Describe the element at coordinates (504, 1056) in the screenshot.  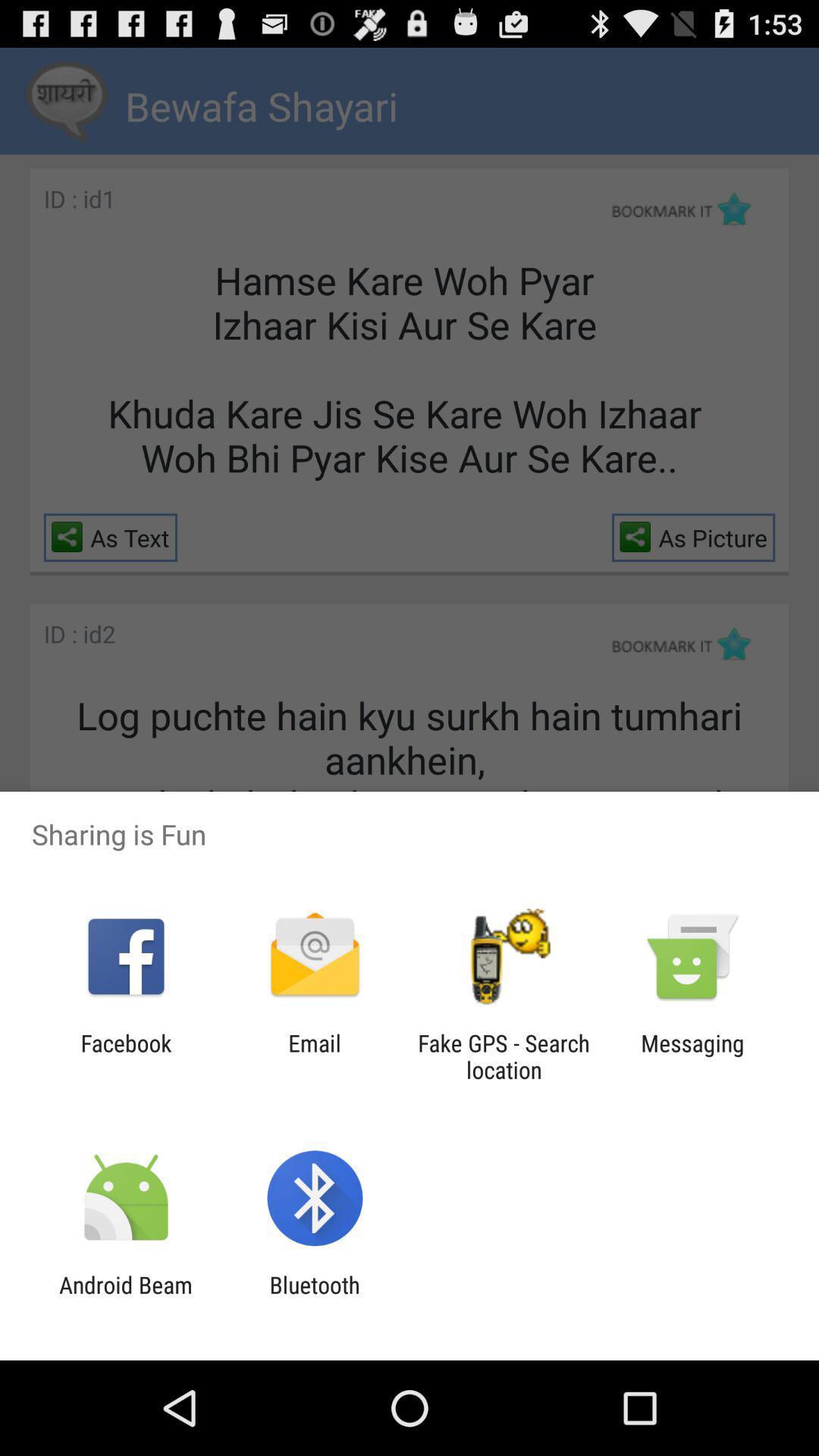
I see `the icon next to messaging icon` at that location.